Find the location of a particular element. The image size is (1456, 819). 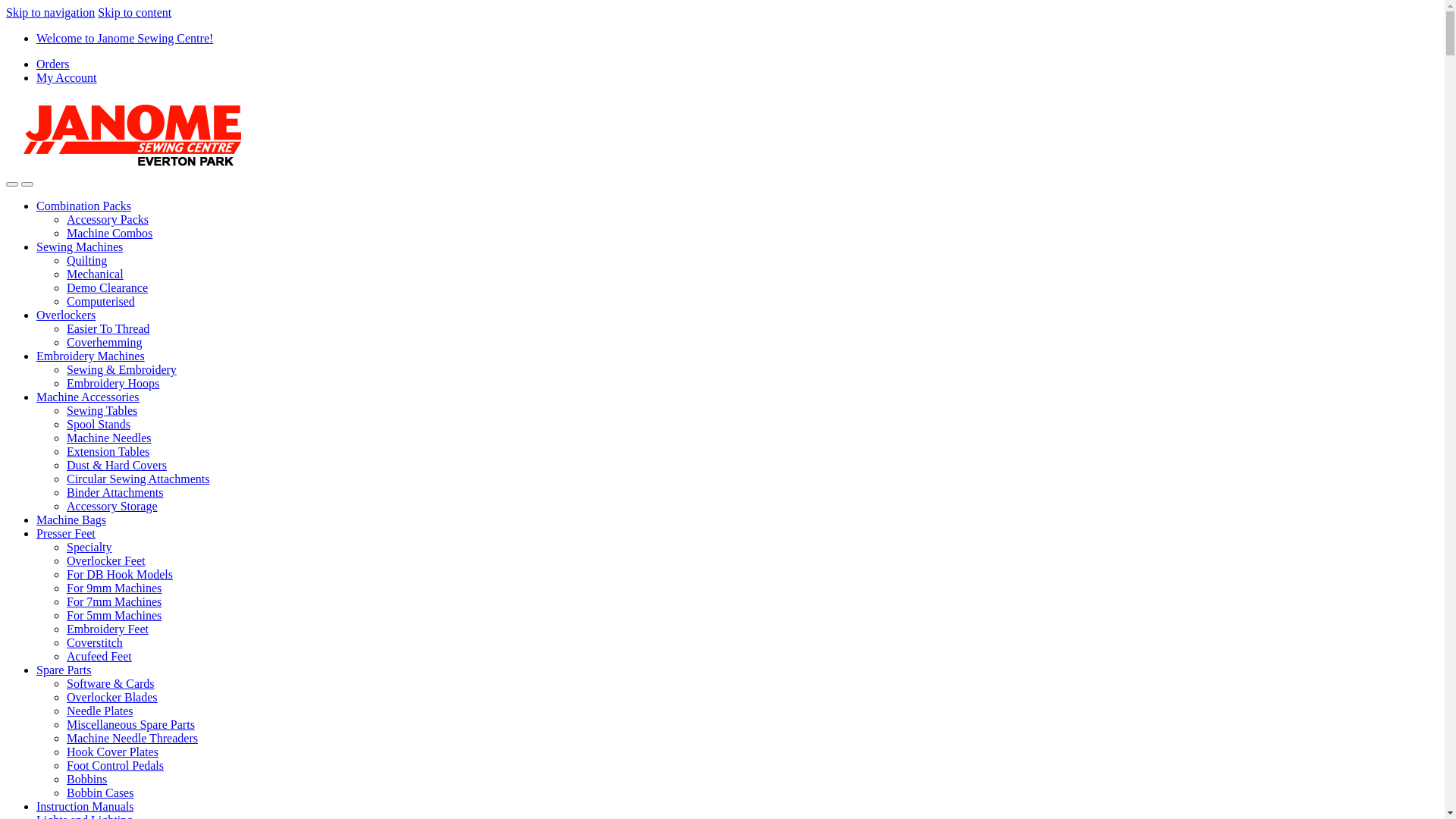

'Circular Sewing Attachments' is located at coordinates (138, 479).